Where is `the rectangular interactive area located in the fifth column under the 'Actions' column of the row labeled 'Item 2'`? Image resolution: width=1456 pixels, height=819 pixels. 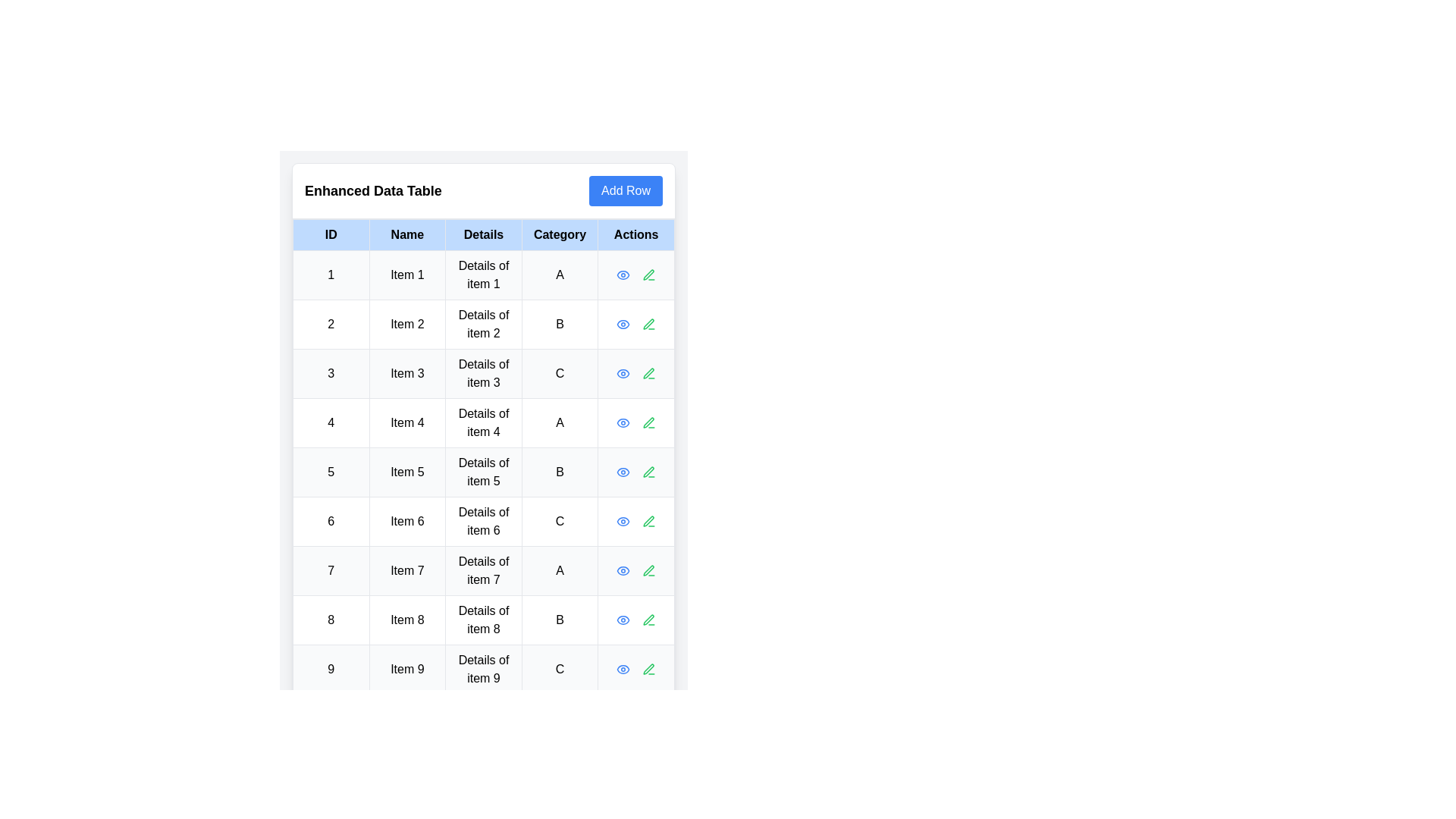
the rectangular interactive area located in the fifth column under the 'Actions' column of the row labeled 'Item 2' is located at coordinates (636, 324).